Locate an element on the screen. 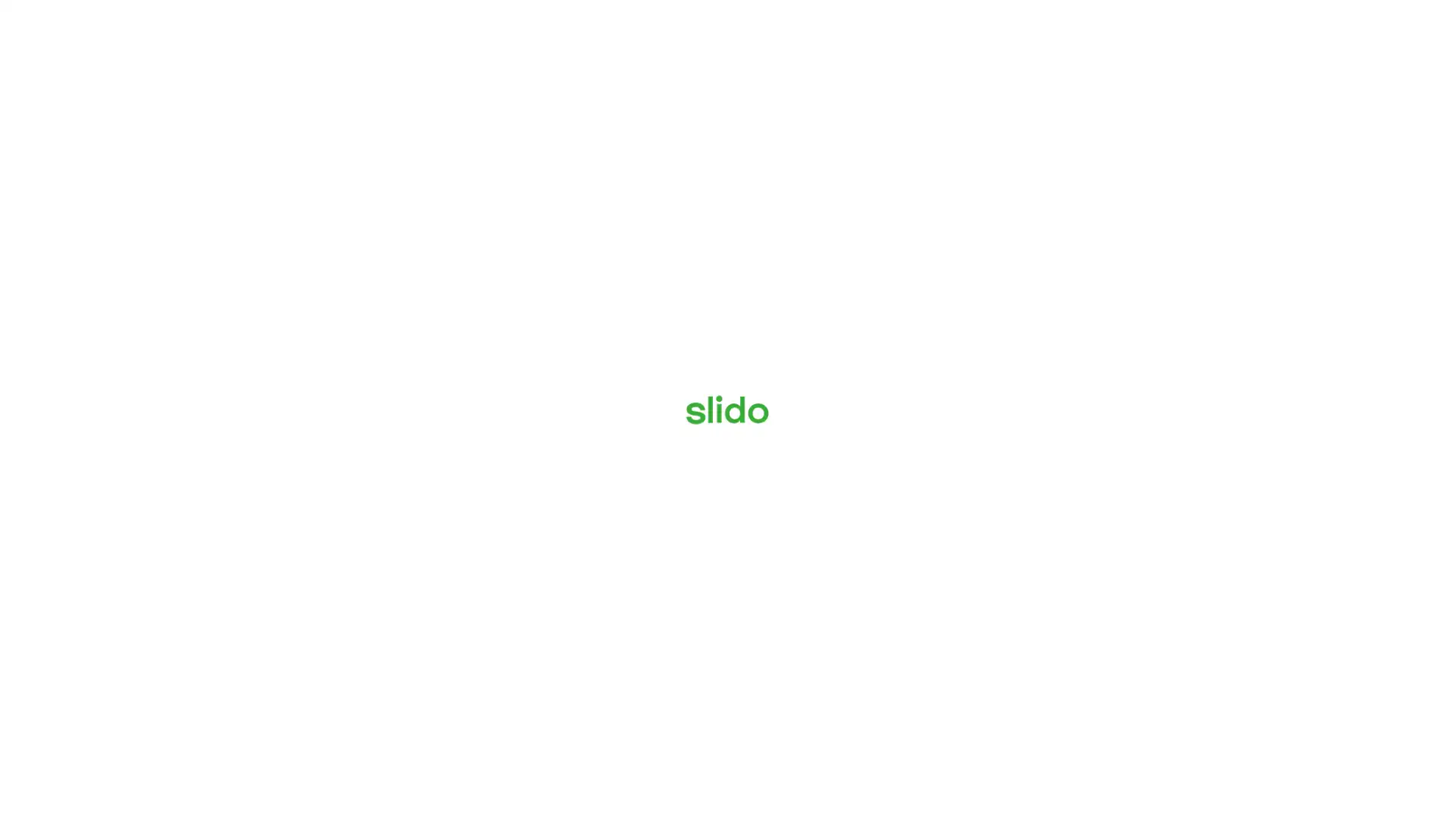  Ask the speaker is located at coordinates (1351, 773).